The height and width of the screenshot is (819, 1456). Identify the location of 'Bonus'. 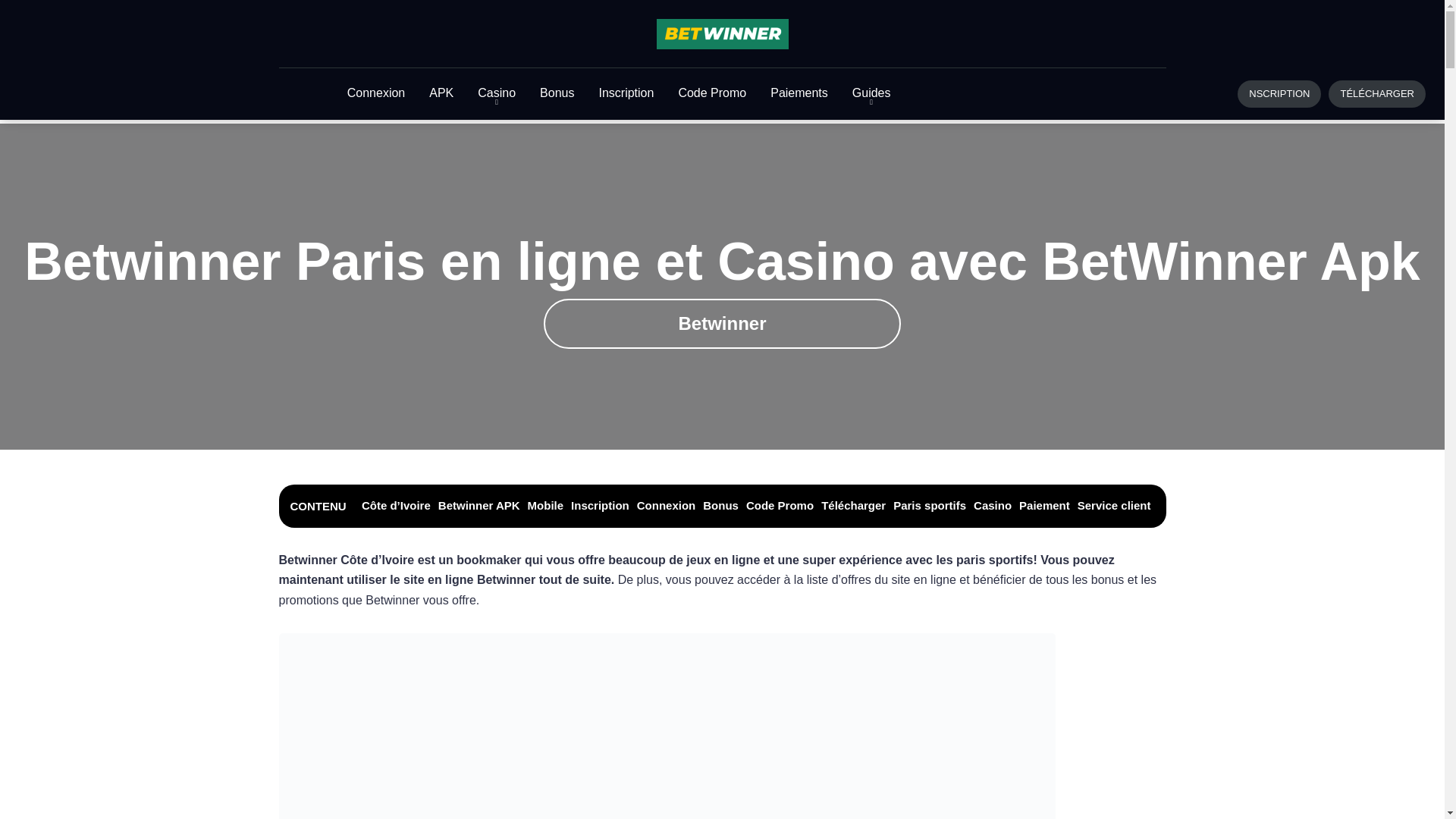
(720, 505).